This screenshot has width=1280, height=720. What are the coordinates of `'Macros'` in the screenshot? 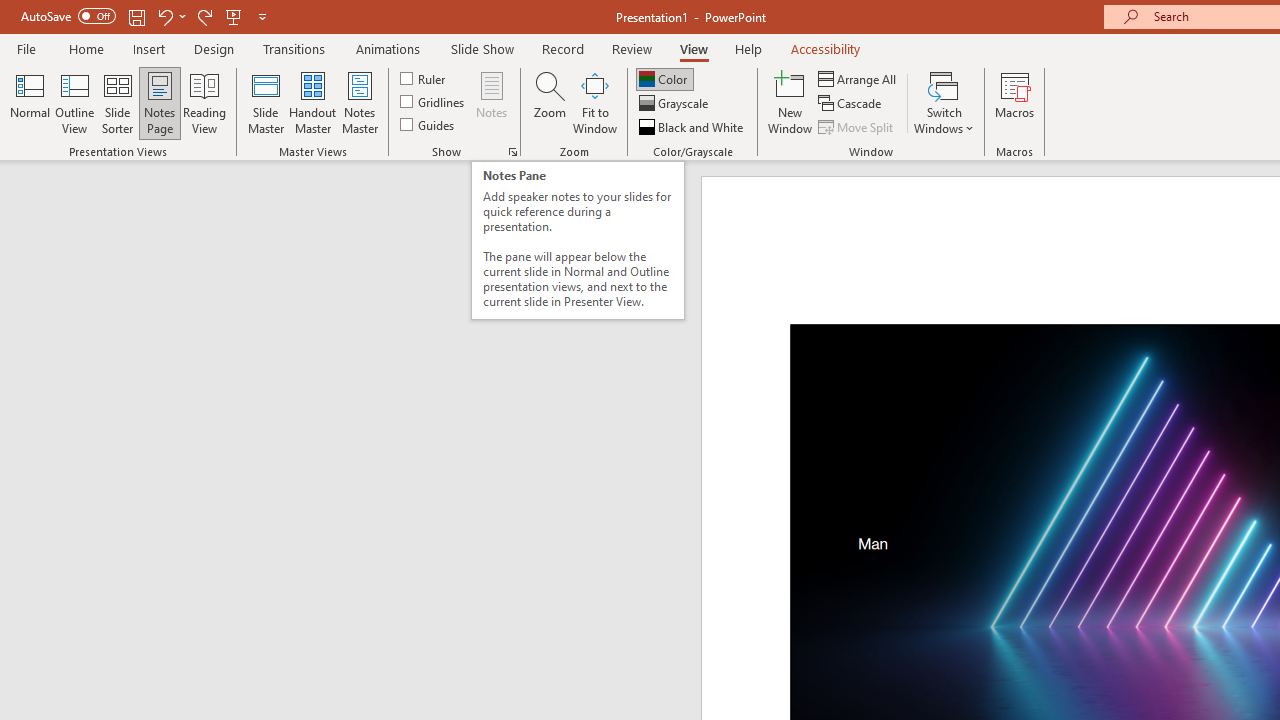 It's located at (1015, 103).